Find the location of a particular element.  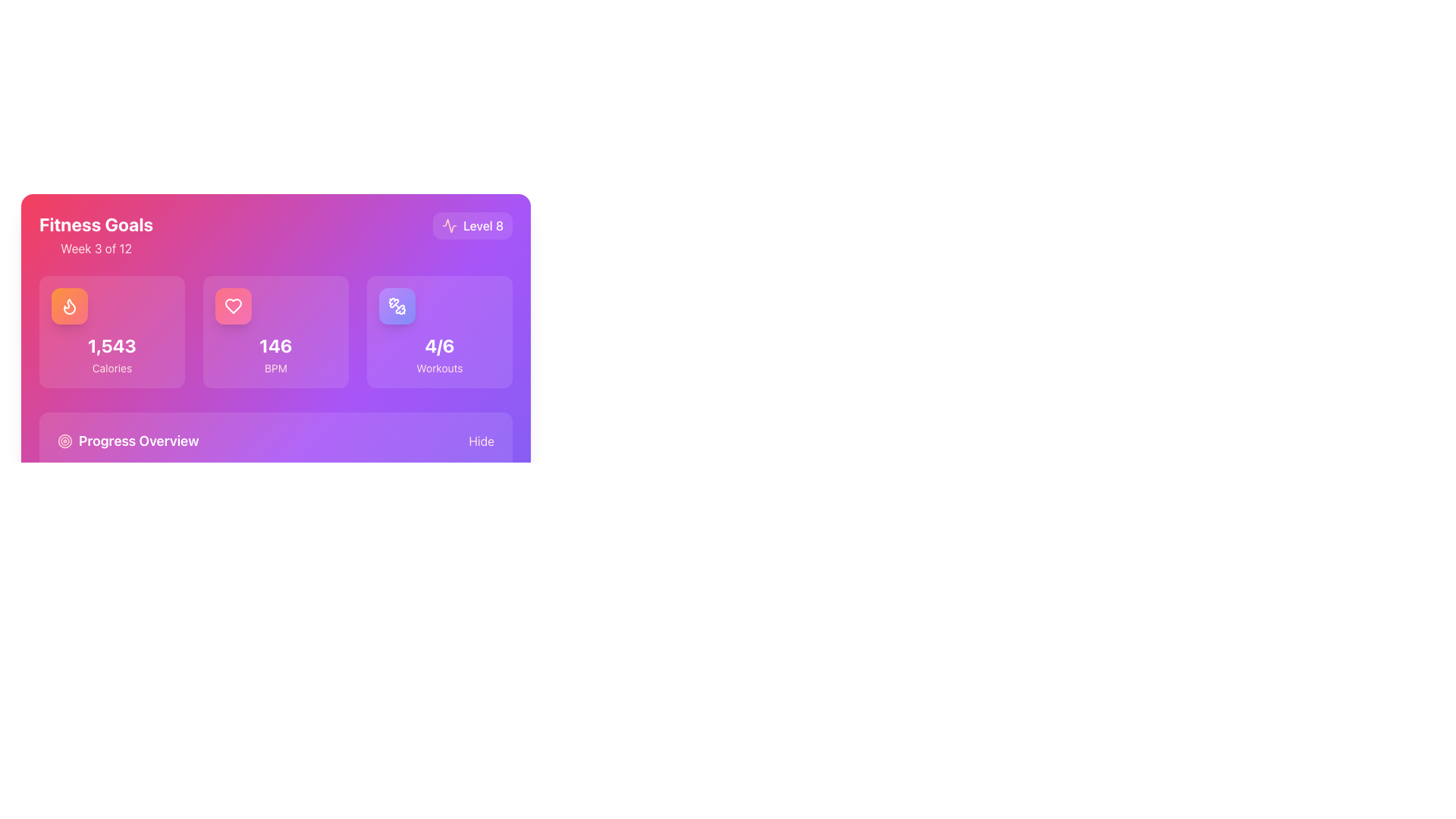

the circular icon displaying a flame symbol with a gradient background that is positioned at the top-left corner of the card showing '1,543 Calories' is located at coordinates (68, 306).